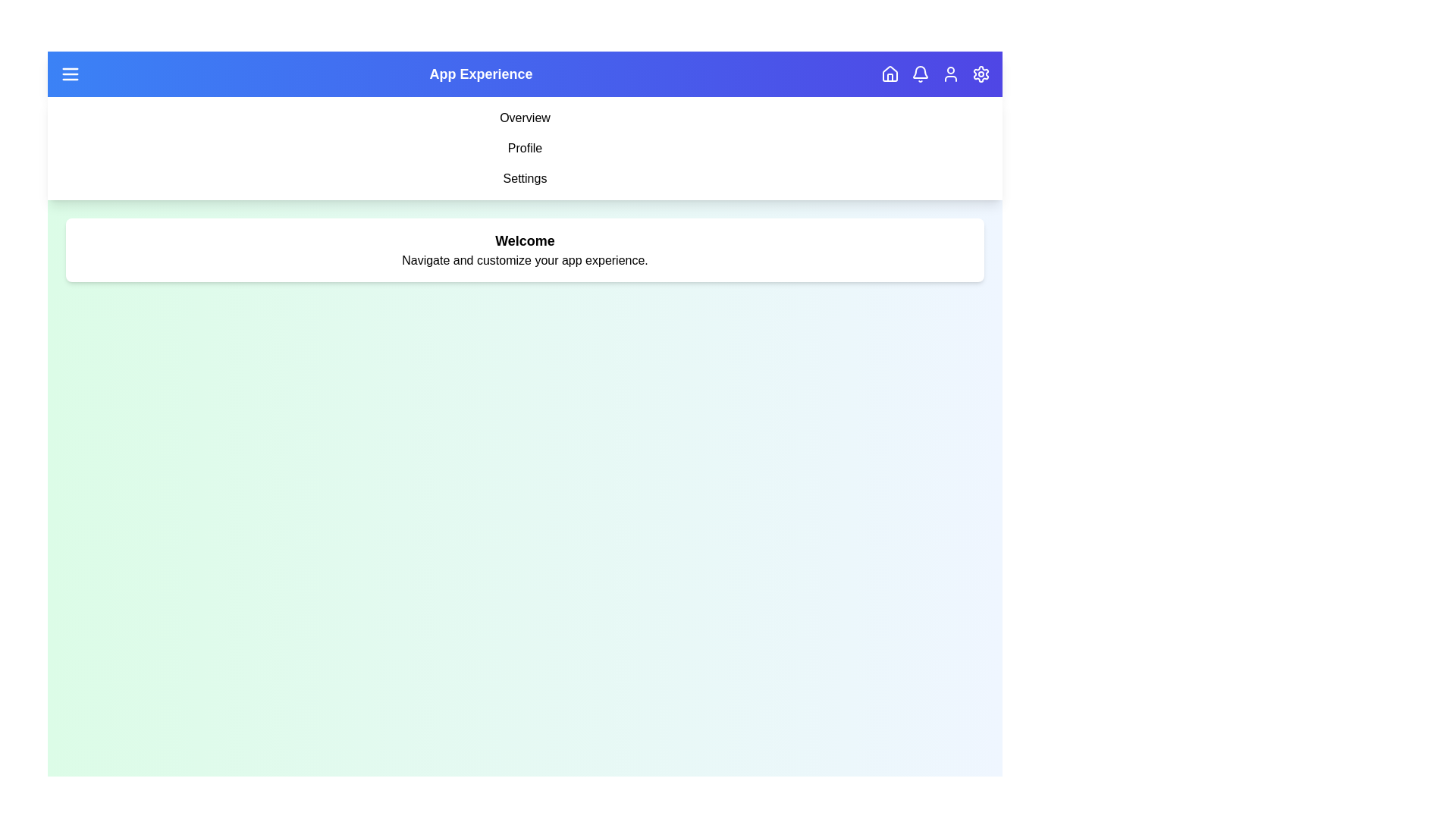 The width and height of the screenshot is (1456, 819). Describe the element at coordinates (920, 74) in the screenshot. I see `the navigation button corresponding to notifications` at that location.